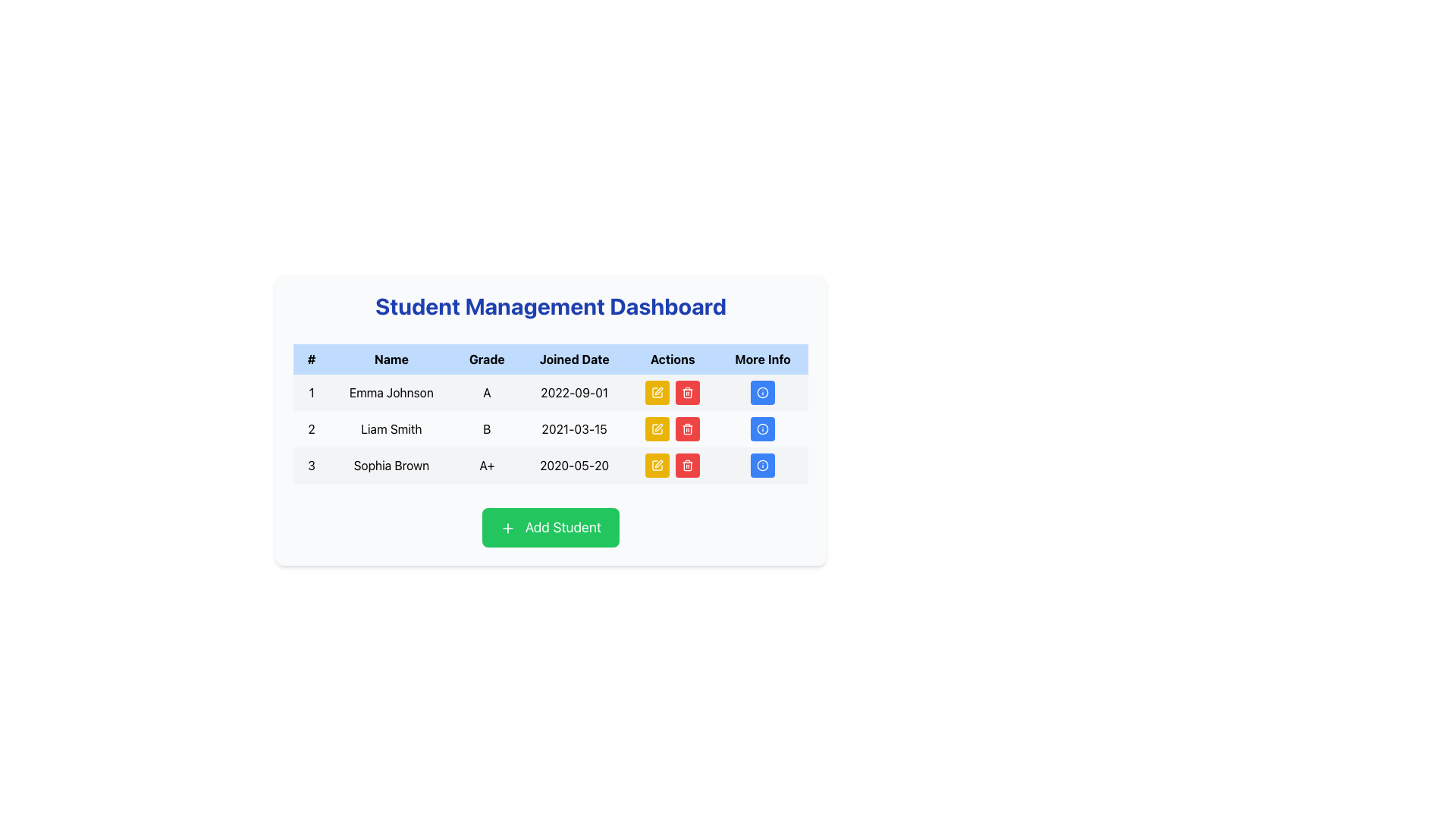  I want to click on the yellow button with rounded corners and a white pen icon located in the second row of the table under the 'Actions' column, so click(657, 429).